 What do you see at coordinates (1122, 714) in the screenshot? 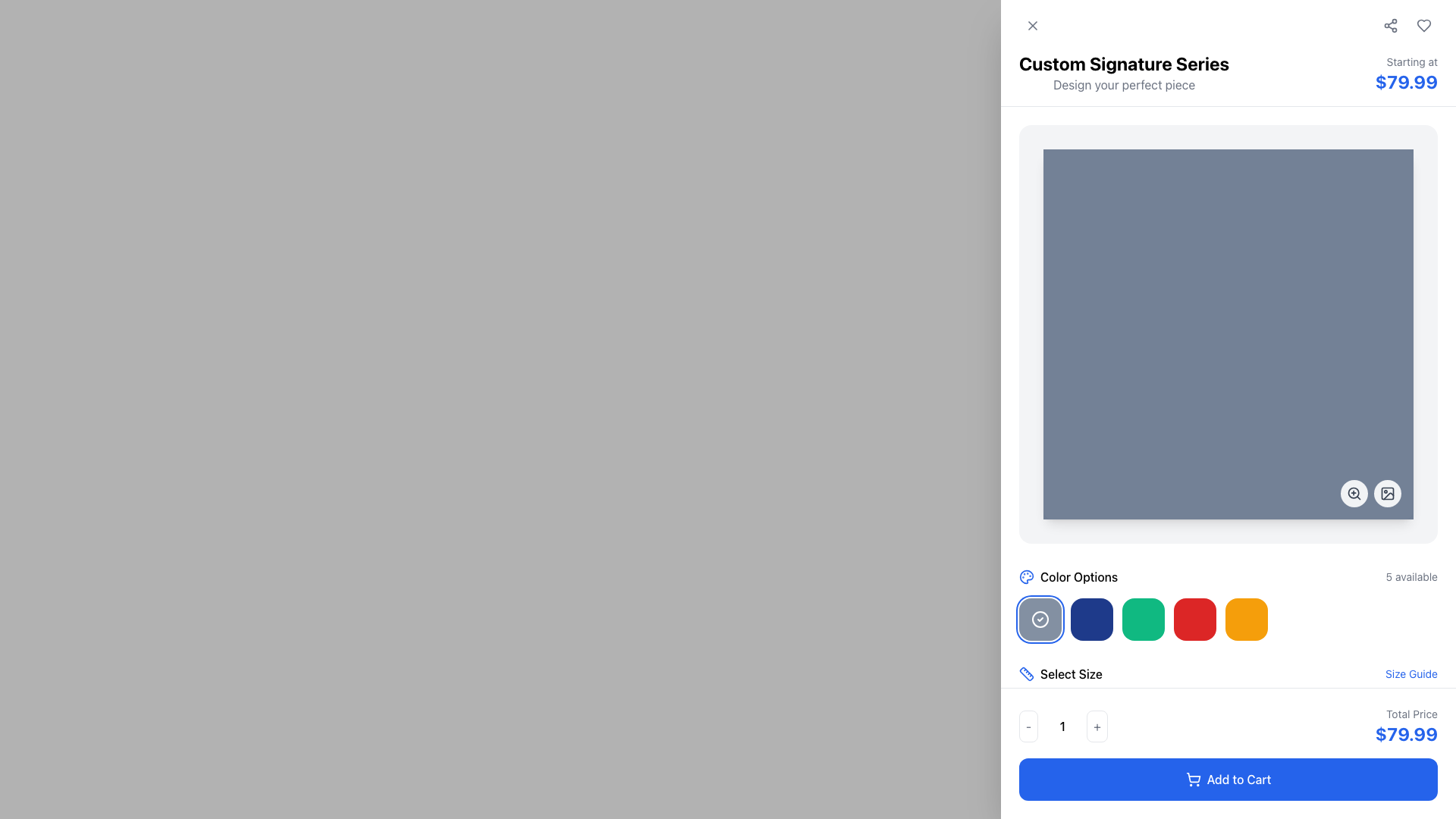
I see `the square button with a light blue background and the letter 'M'` at bounding box center [1122, 714].